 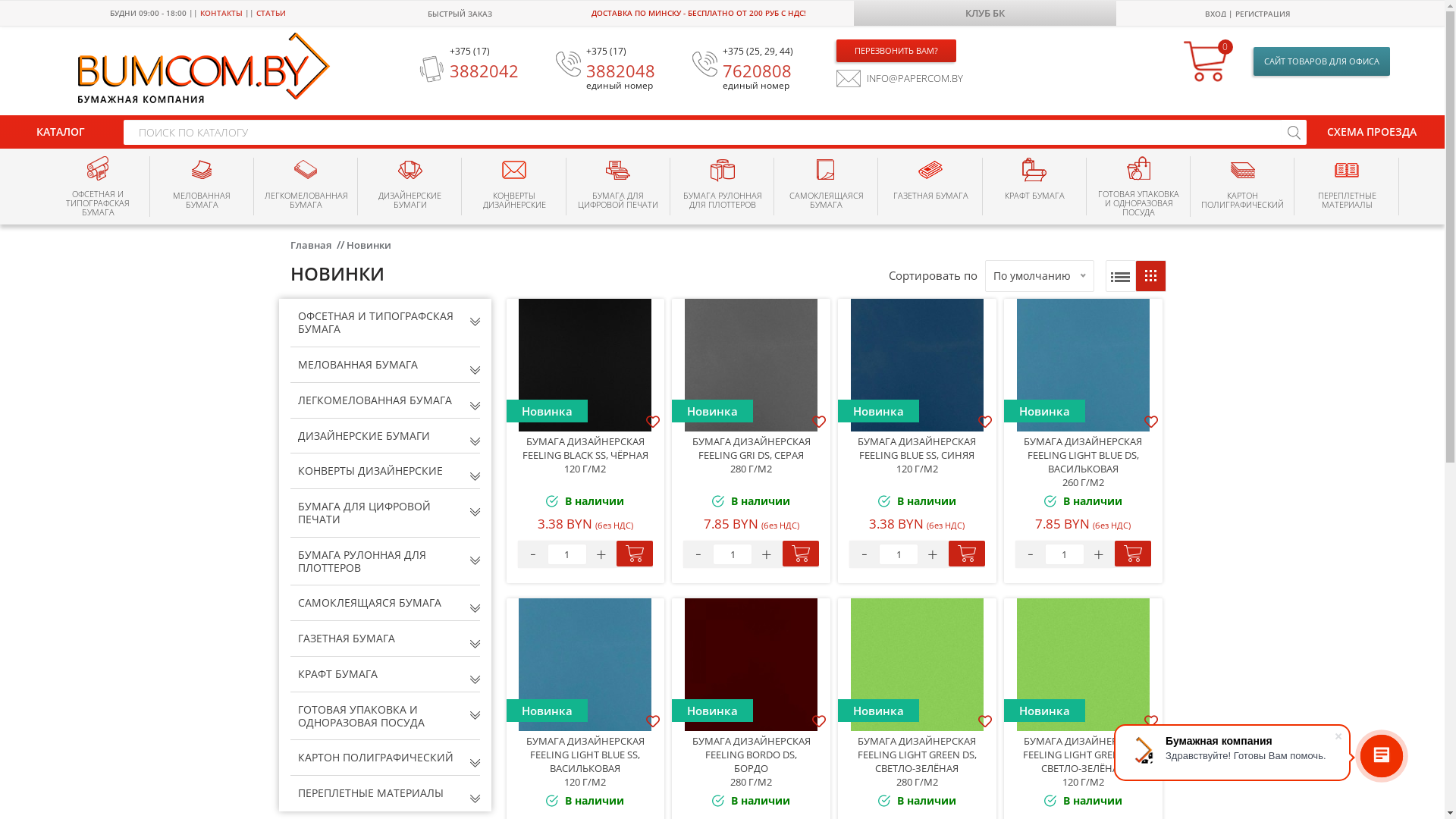 I want to click on '0', so click(x=1207, y=61).